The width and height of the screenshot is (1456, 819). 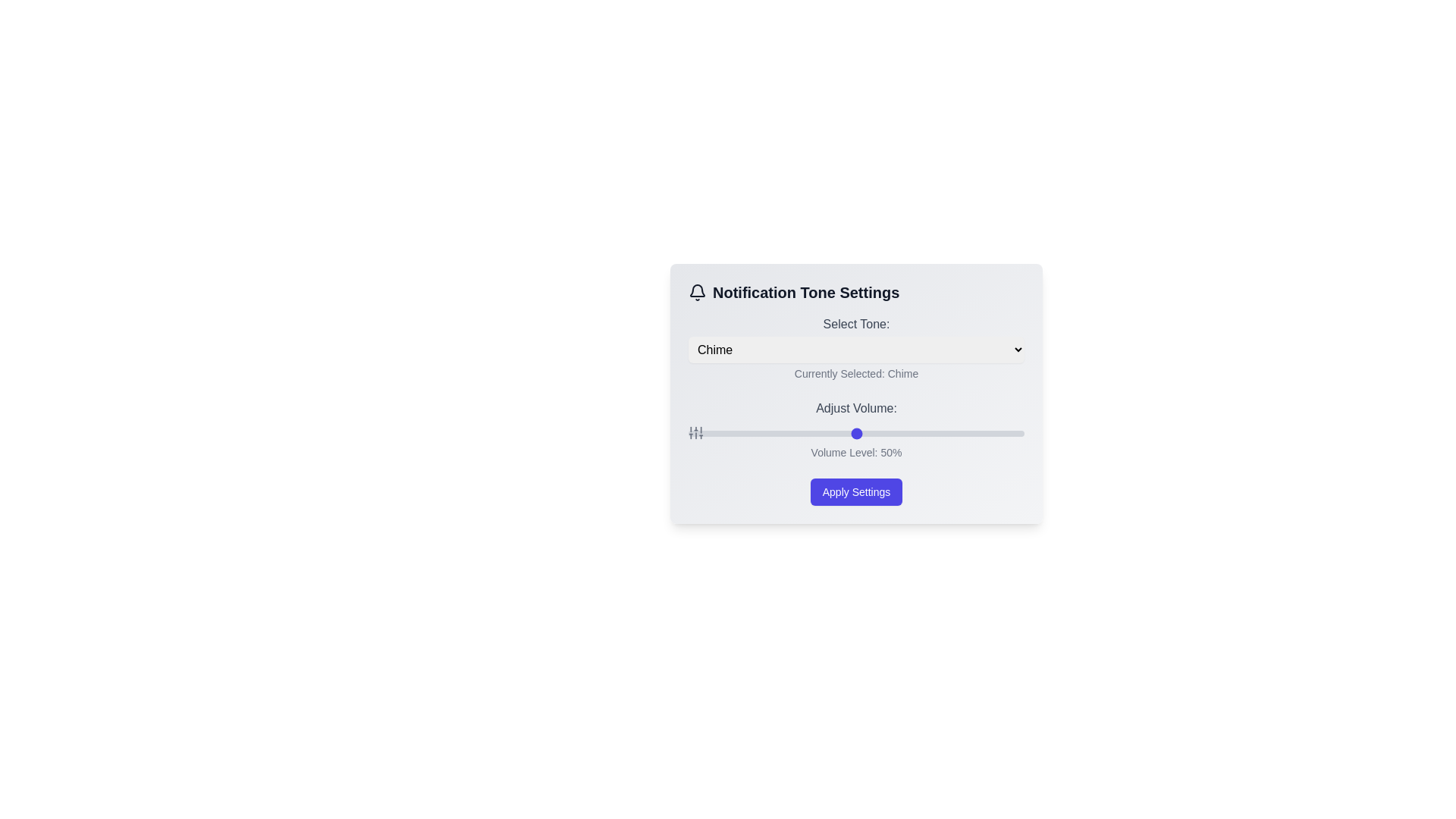 I want to click on the volume level, so click(x=859, y=433).